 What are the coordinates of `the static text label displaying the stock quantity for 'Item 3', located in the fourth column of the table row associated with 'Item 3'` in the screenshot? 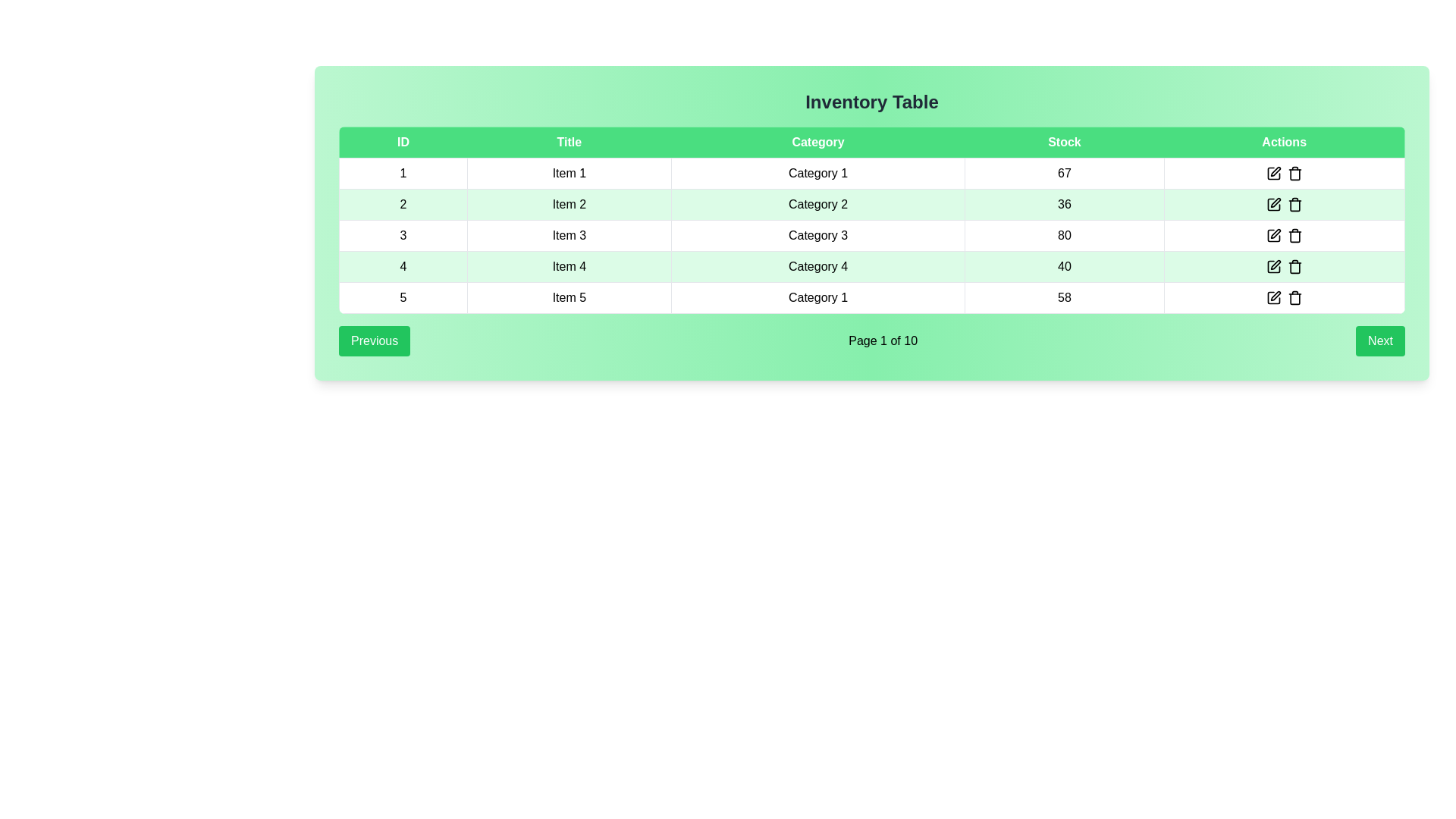 It's located at (1063, 236).